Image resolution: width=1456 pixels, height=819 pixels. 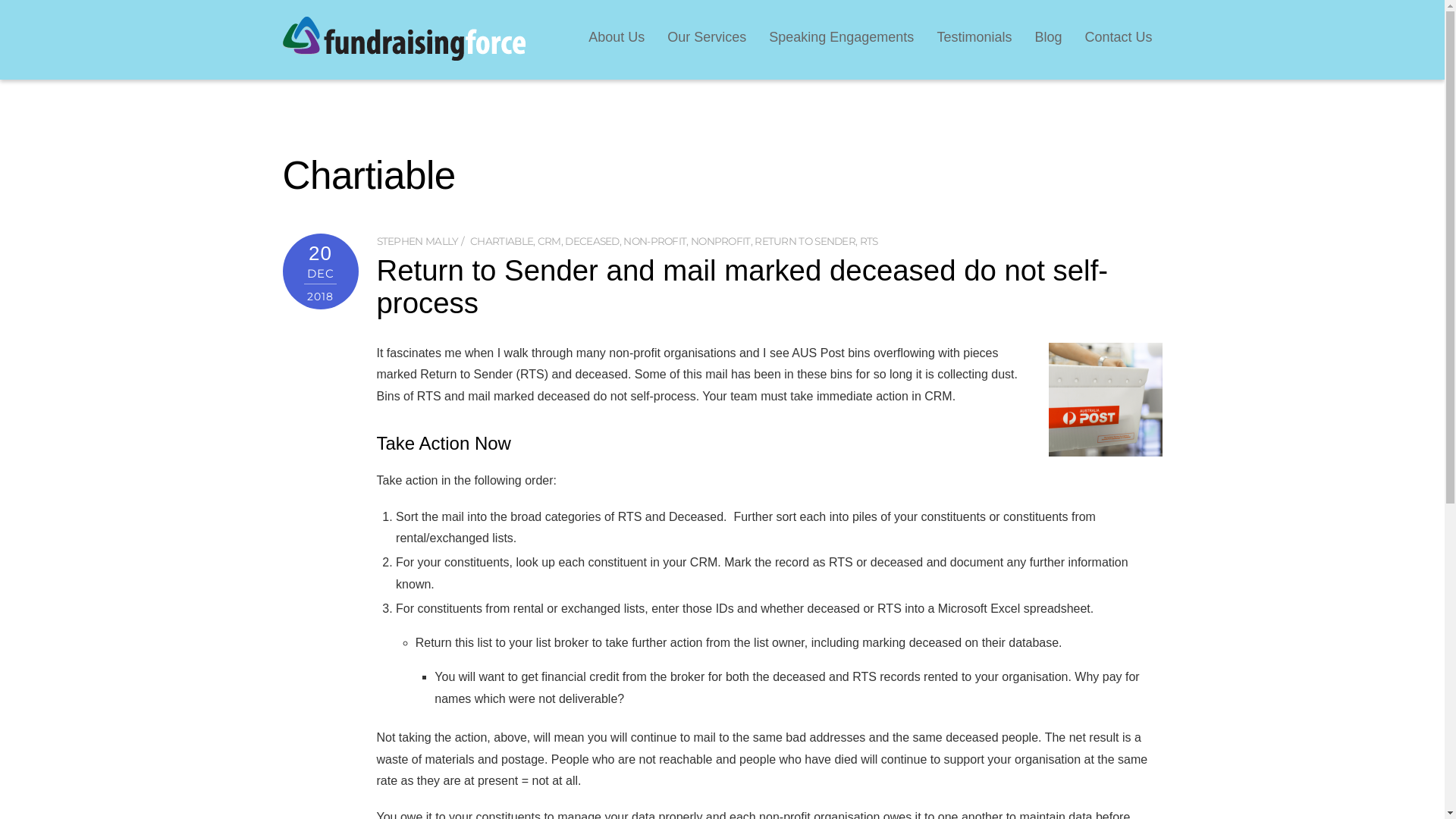 What do you see at coordinates (974, 34) in the screenshot?
I see `'Testimonials'` at bounding box center [974, 34].